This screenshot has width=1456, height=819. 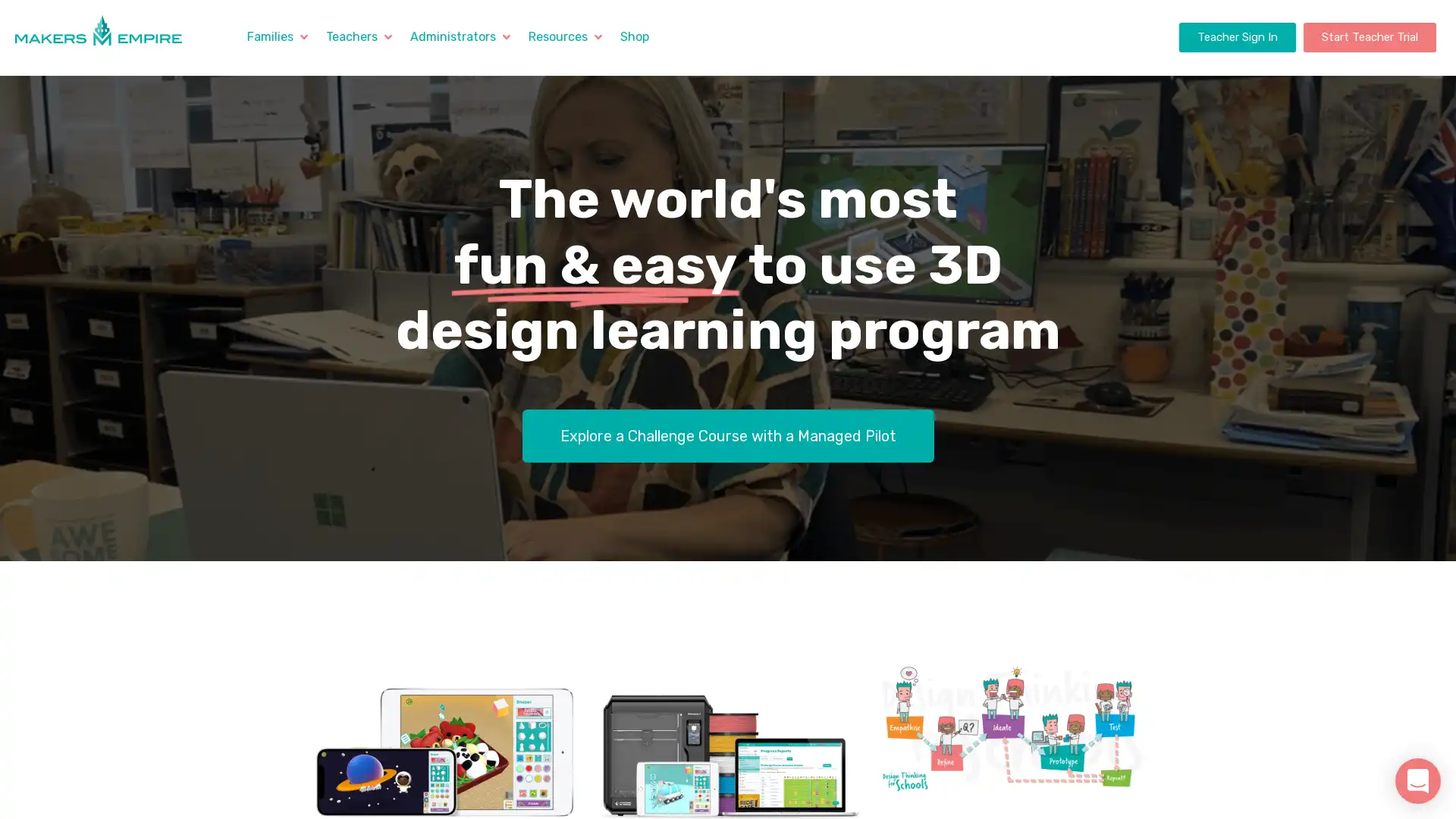 What do you see at coordinates (1369, 36) in the screenshot?
I see `Start Teacher Trial` at bounding box center [1369, 36].